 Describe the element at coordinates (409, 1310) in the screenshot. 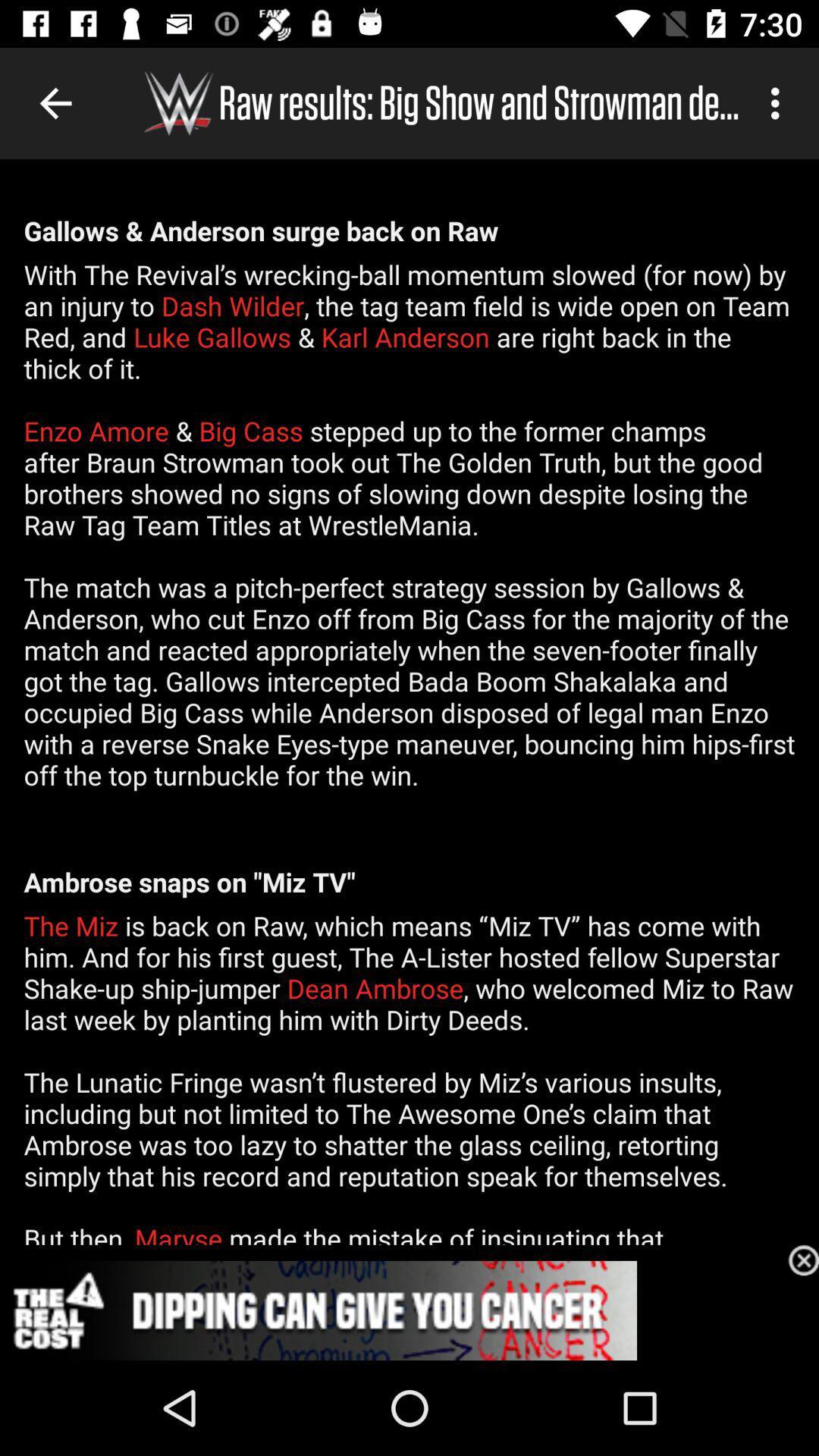

I see `advertisement` at that location.